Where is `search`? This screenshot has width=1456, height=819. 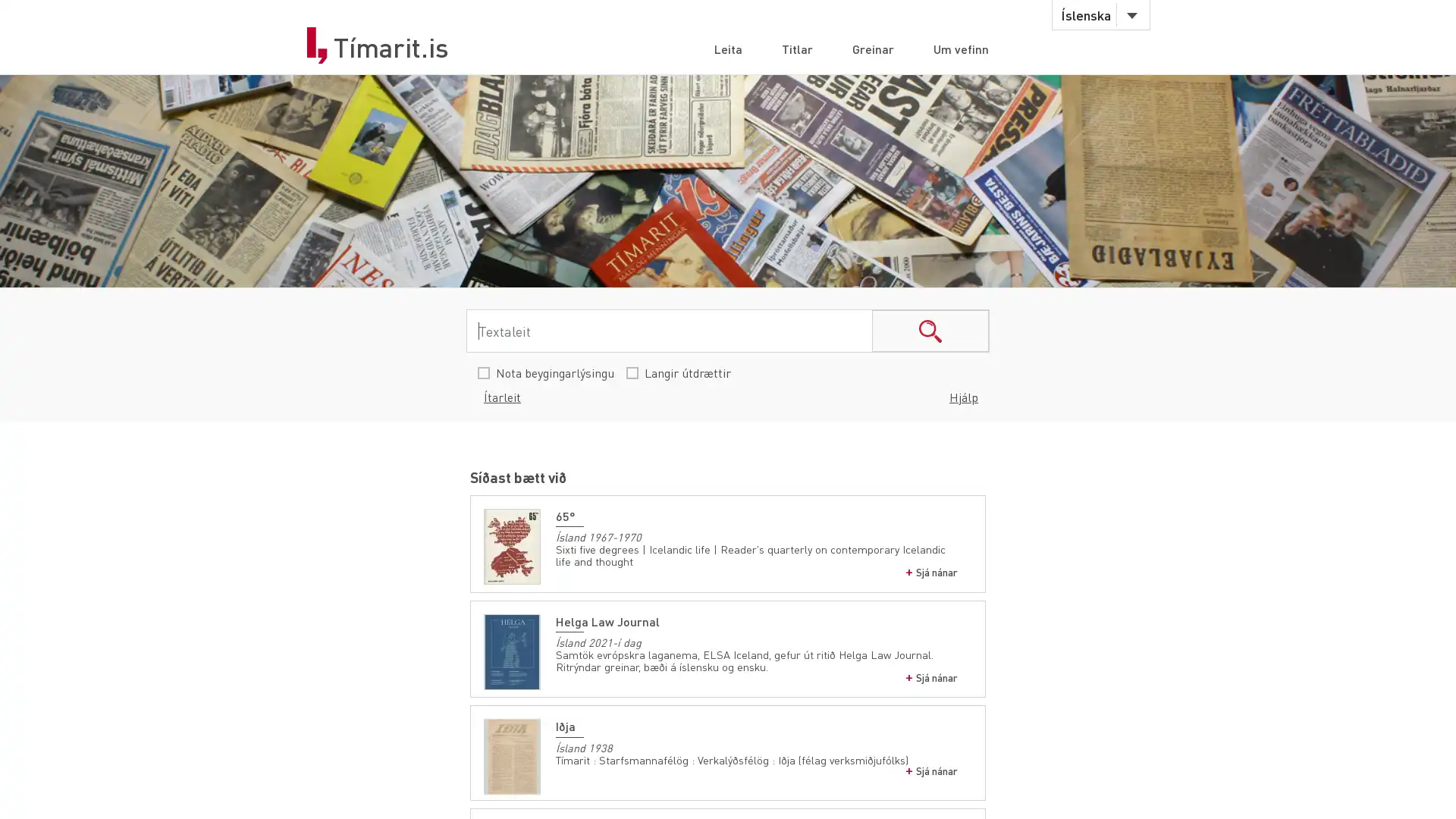 search is located at coordinates (930, 330).